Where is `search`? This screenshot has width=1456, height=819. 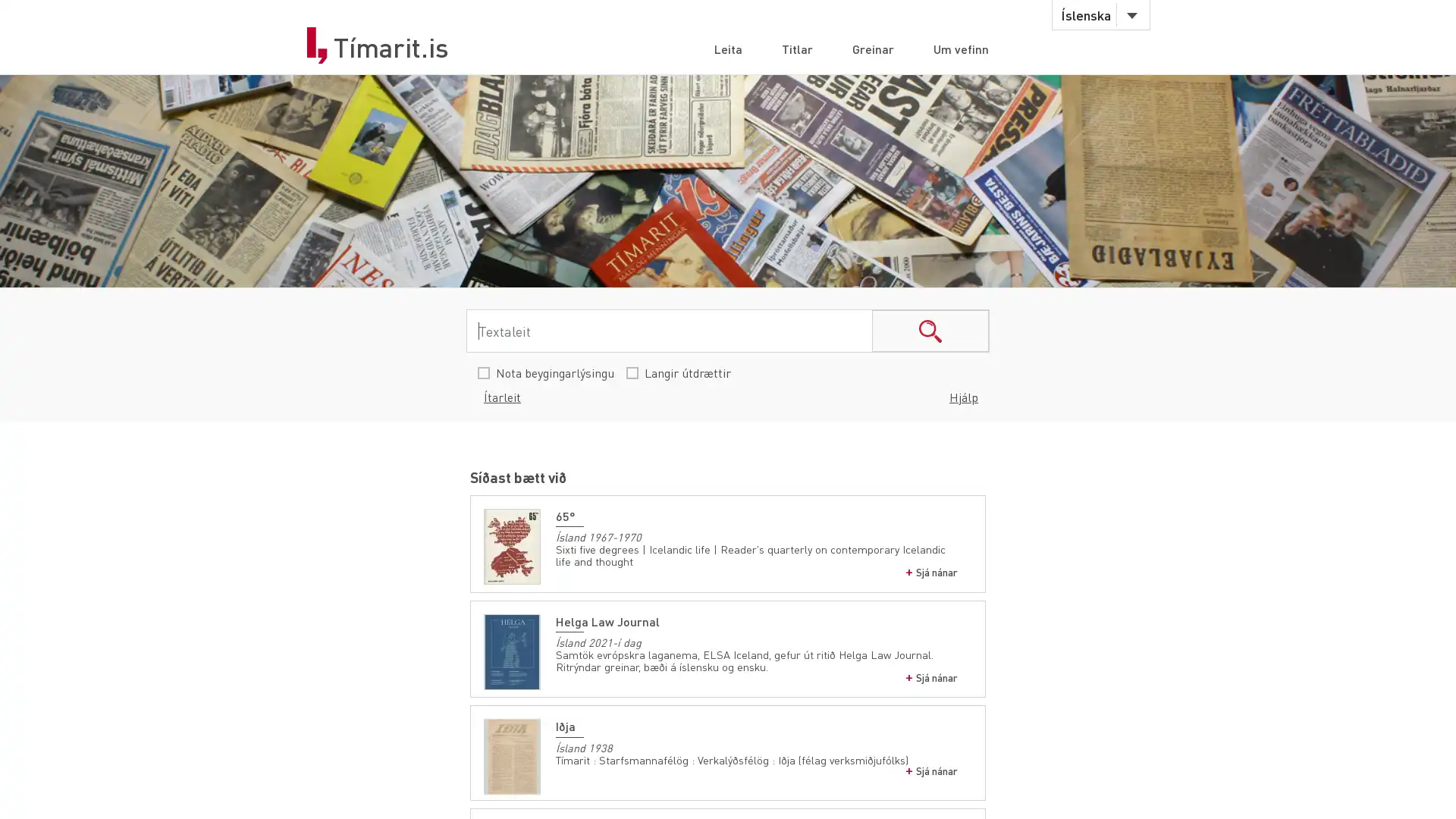 search is located at coordinates (930, 330).